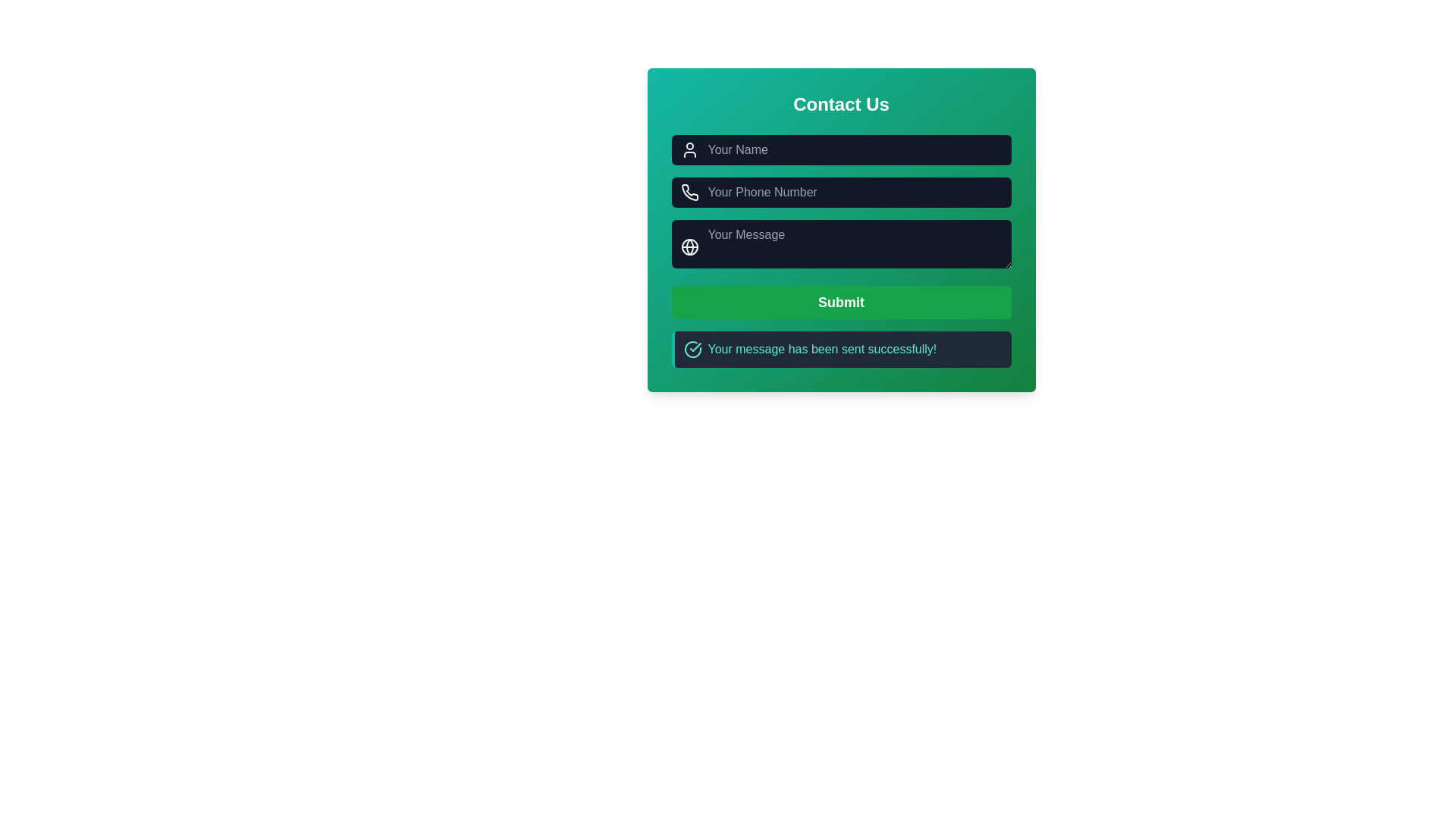  Describe the element at coordinates (689, 192) in the screenshot. I see `the phone number input field icon located at the leftmost position within the 'Your Phone Number' input field in the green contact form` at that location.